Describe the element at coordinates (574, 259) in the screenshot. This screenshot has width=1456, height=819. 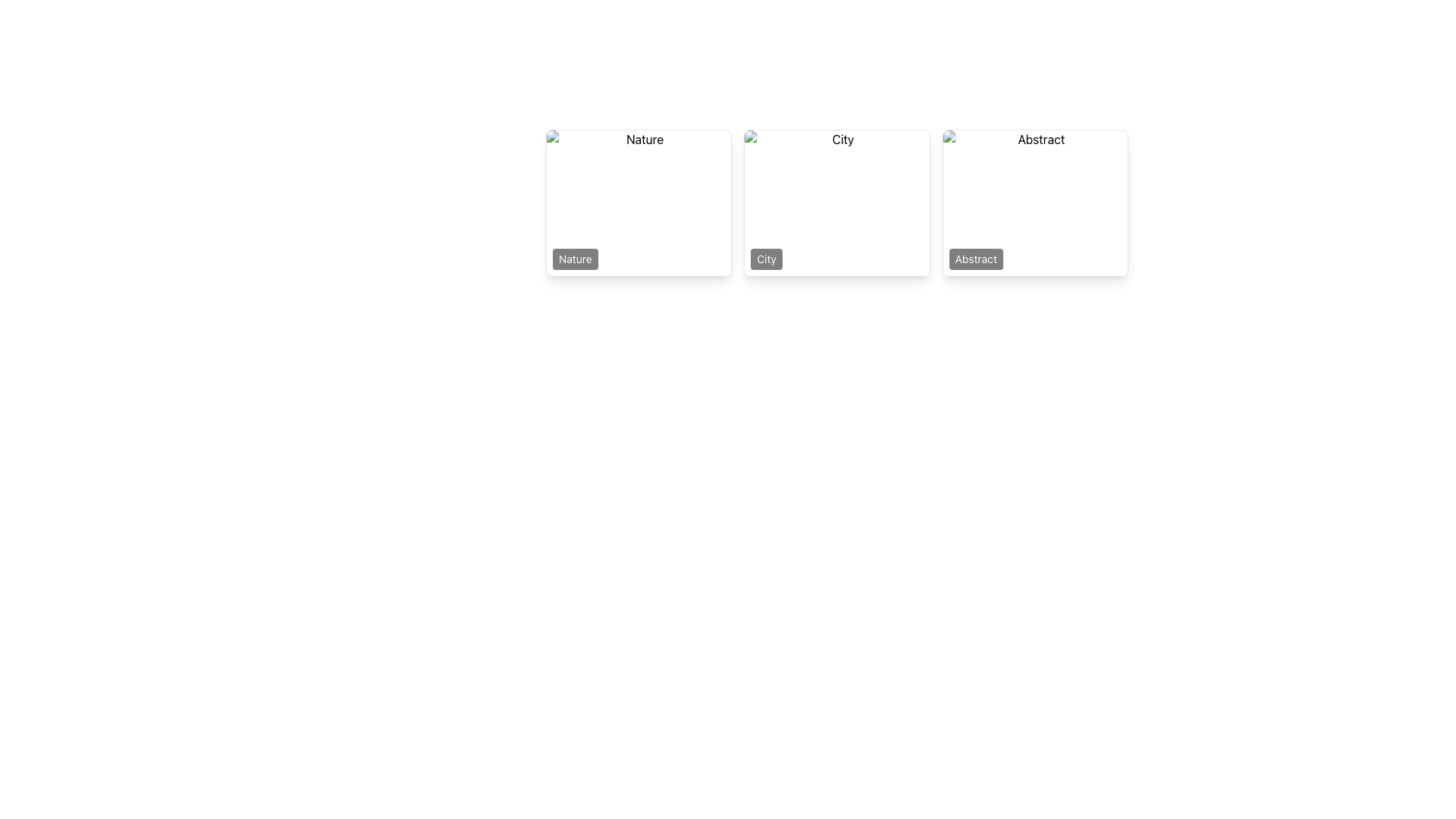
I see `informational label text 'Nature' displayed in a small, rounded rectangle with a black background and 50% transparency, located at the bottom-left corner of the card labeled 'Nature'` at that location.